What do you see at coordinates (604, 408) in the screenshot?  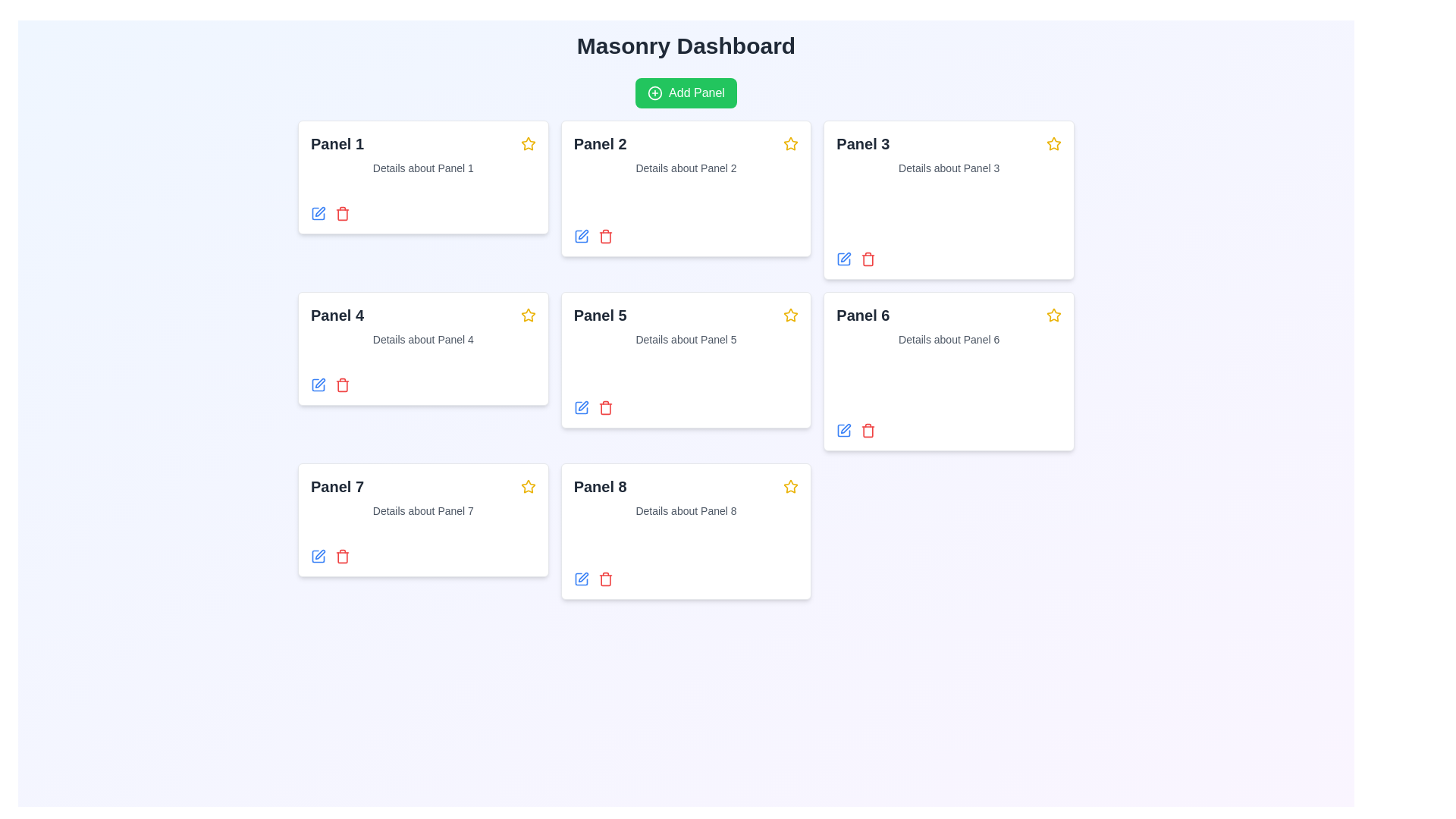 I see `the middle part of the trash can icon in 'Panel 5'` at bounding box center [604, 408].